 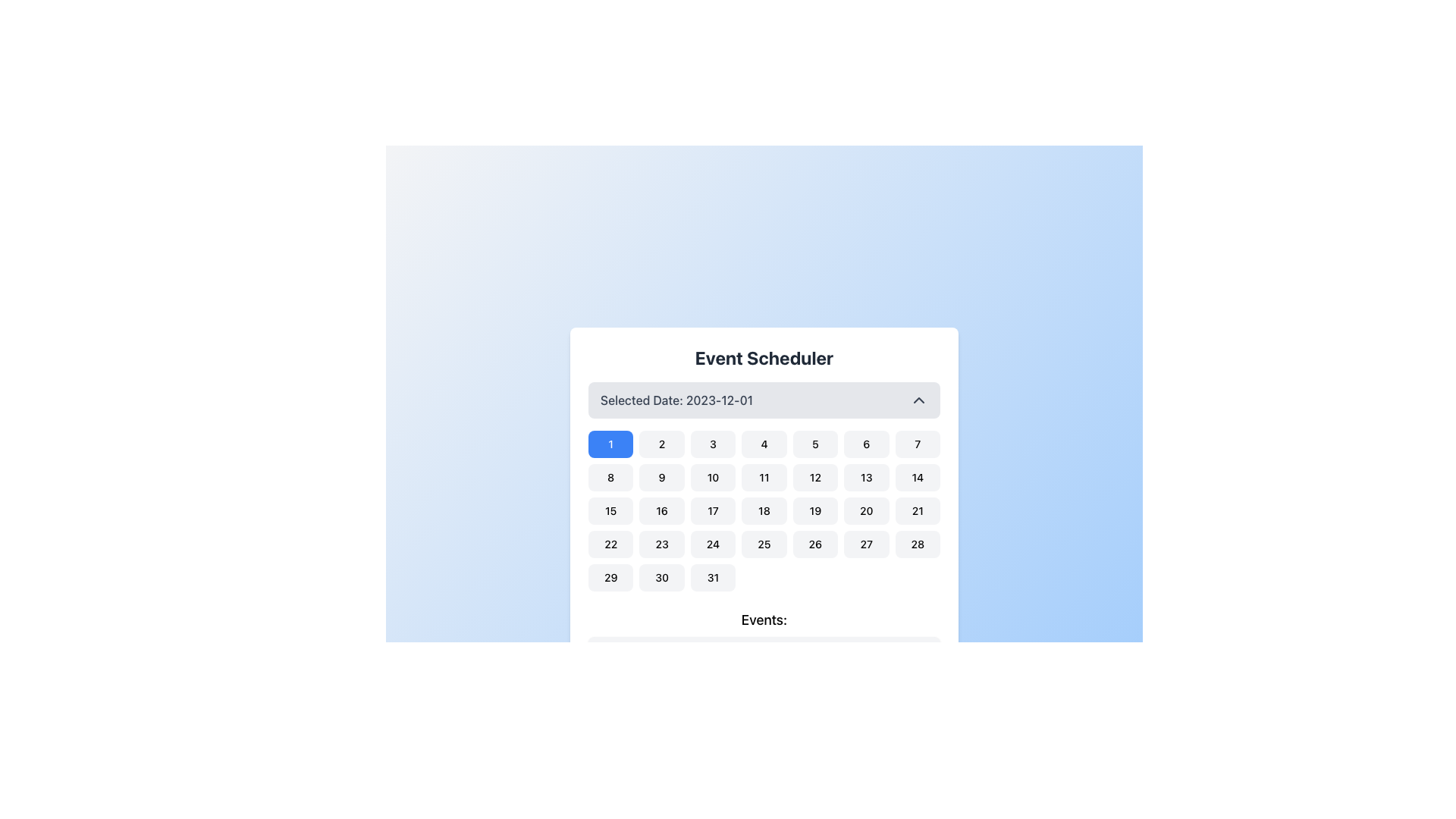 I want to click on the button displaying the date '18' in a calendar grid, located in the third row and fourth column, so click(x=764, y=511).